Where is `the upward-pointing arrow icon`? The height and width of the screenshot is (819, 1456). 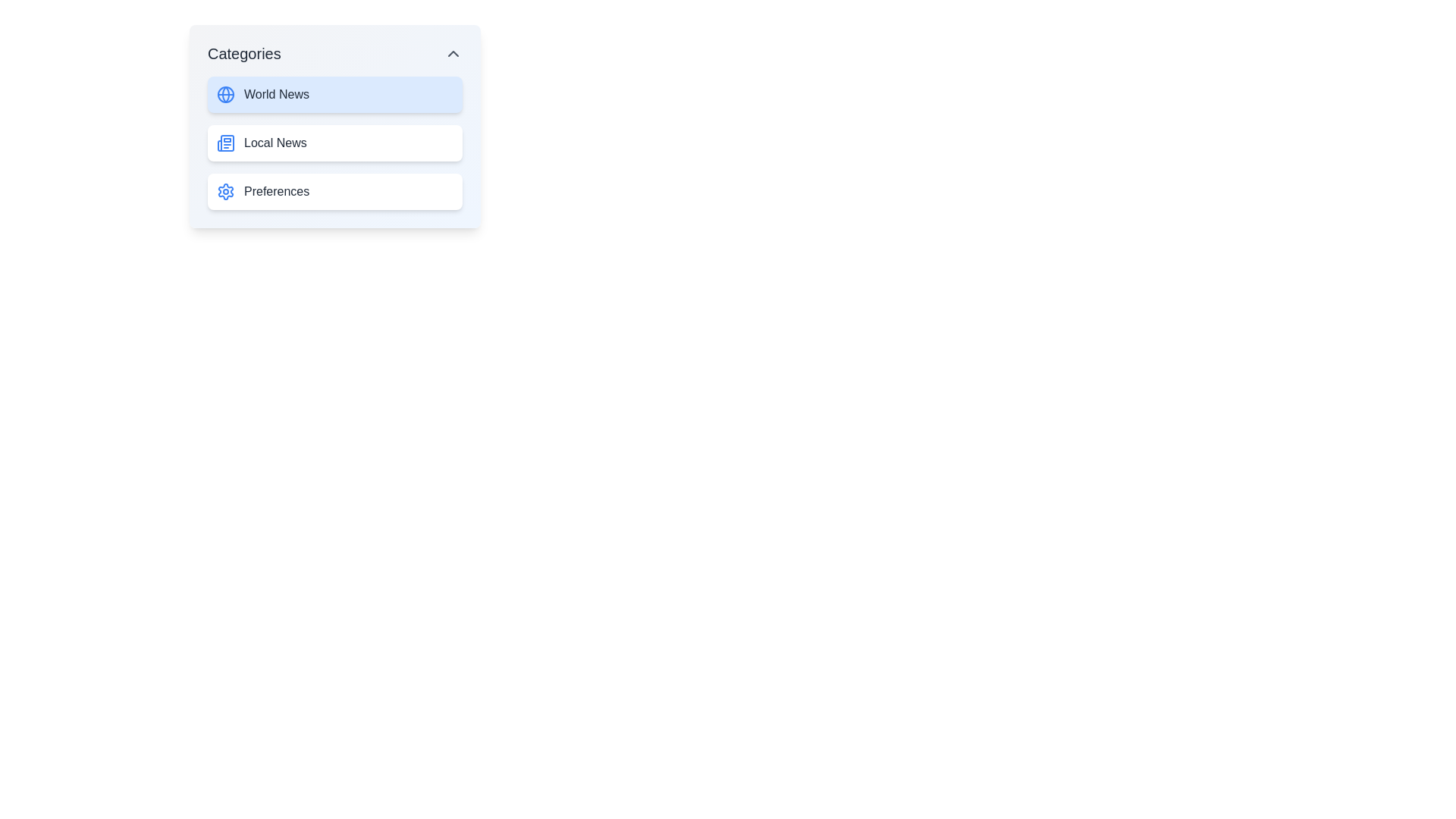 the upward-pointing arrow icon is located at coordinates (453, 52).